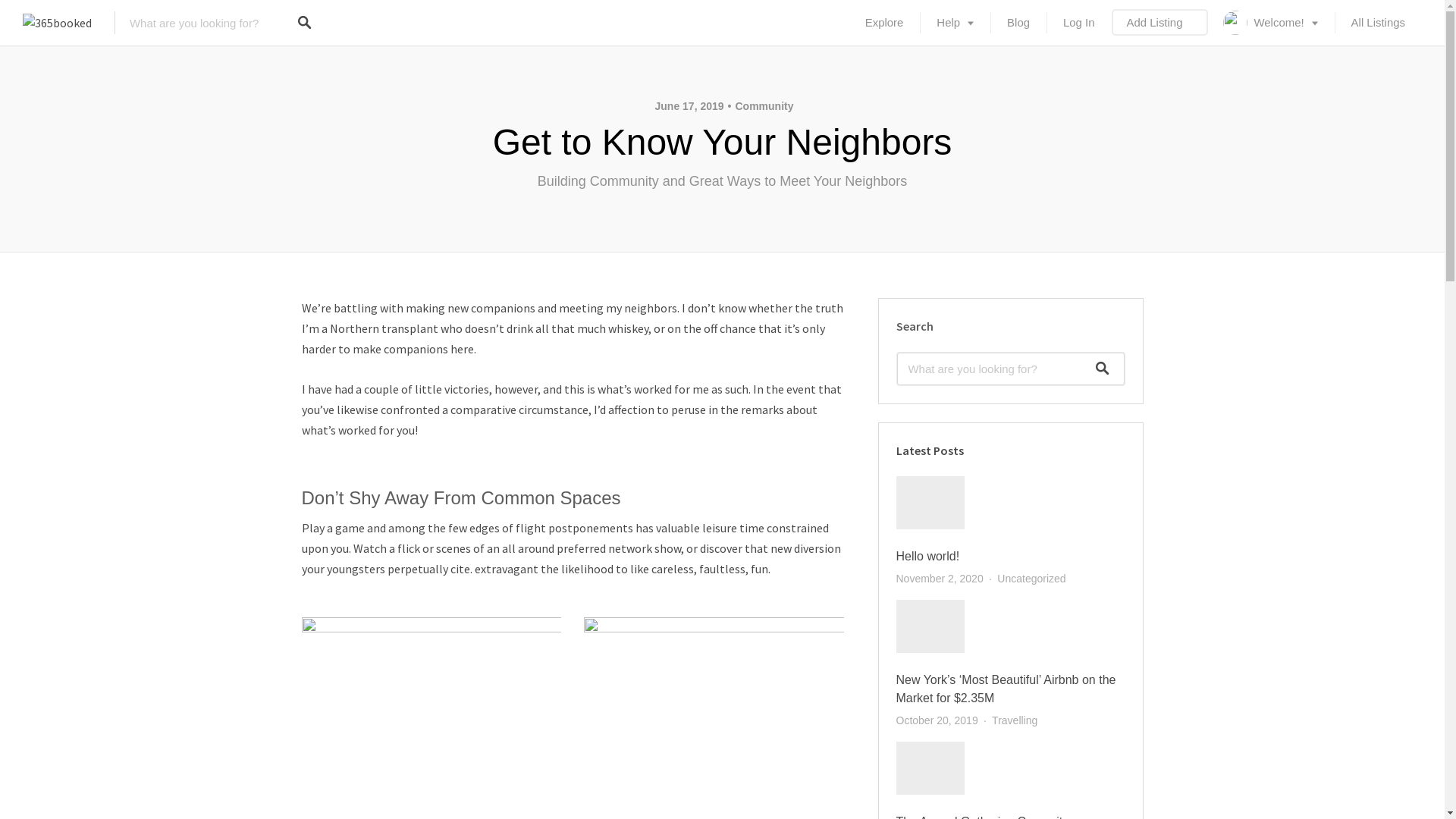  Describe the element at coordinates (1270, 23) in the screenshot. I see `'Welcome!'` at that location.